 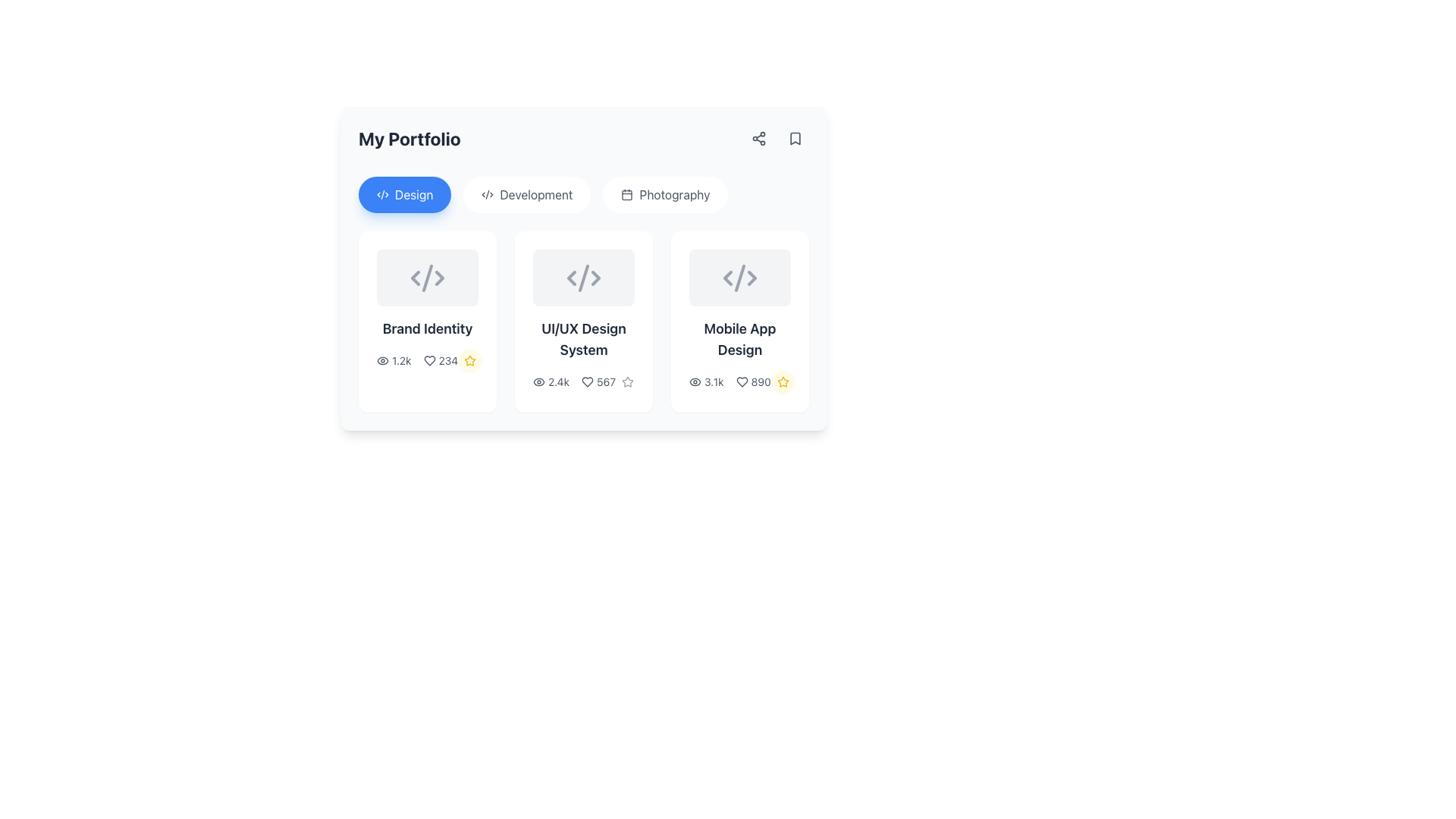 What do you see at coordinates (527, 194) in the screenshot?
I see `the 'Development' button located below the 'My Portfolio' heading` at bounding box center [527, 194].